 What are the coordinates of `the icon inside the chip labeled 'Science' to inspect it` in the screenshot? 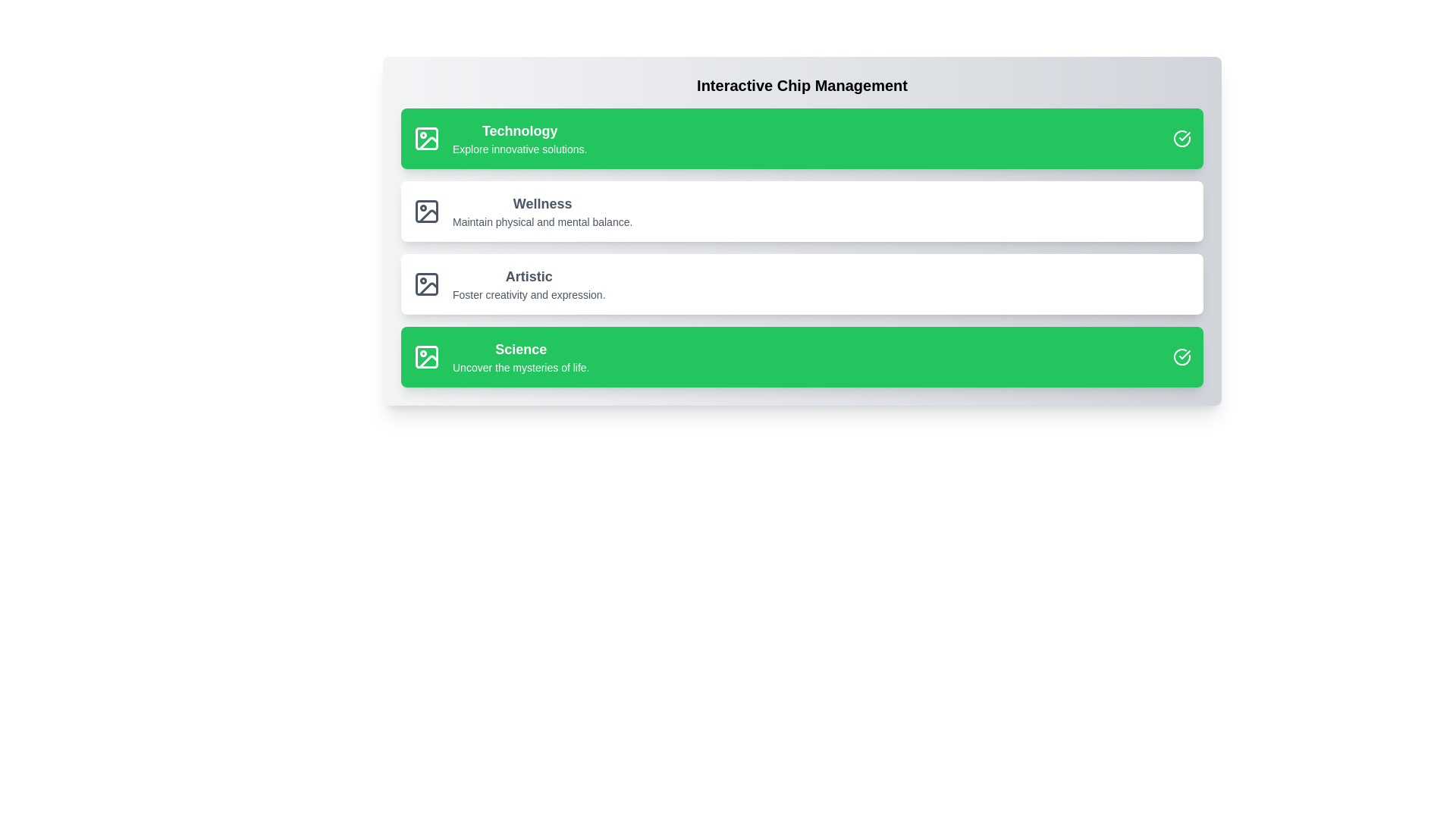 It's located at (425, 356).